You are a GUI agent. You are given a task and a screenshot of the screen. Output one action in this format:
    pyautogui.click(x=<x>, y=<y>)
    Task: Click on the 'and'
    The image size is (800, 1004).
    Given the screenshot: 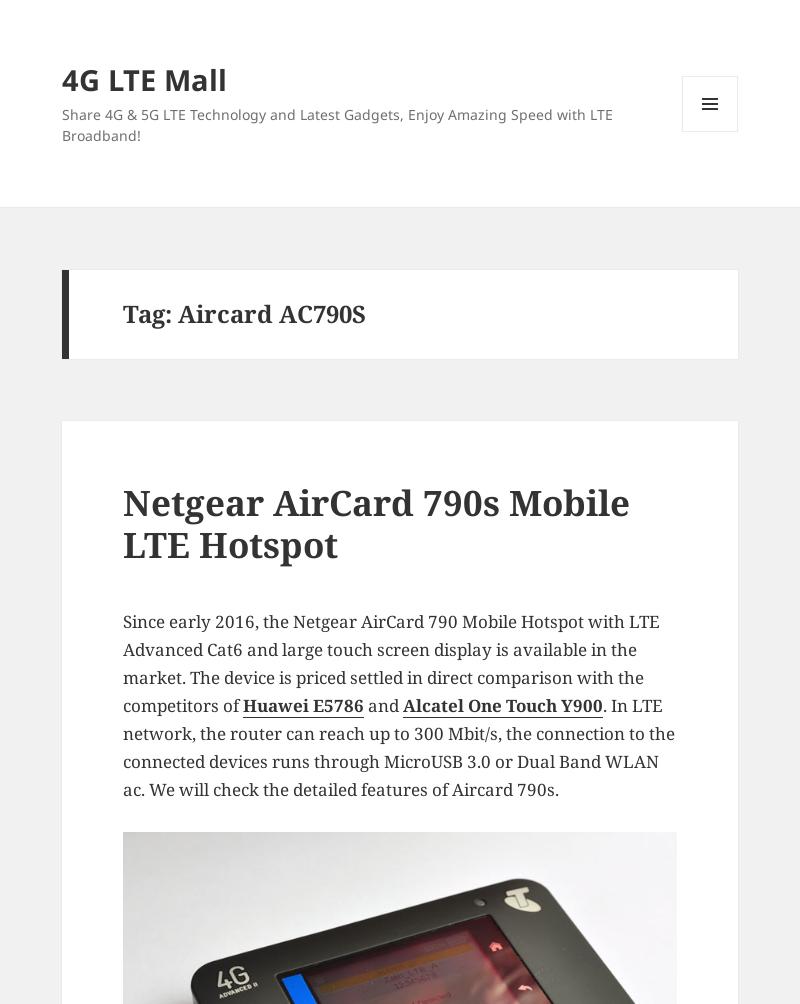 What is the action you would take?
    pyautogui.click(x=382, y=704)
    